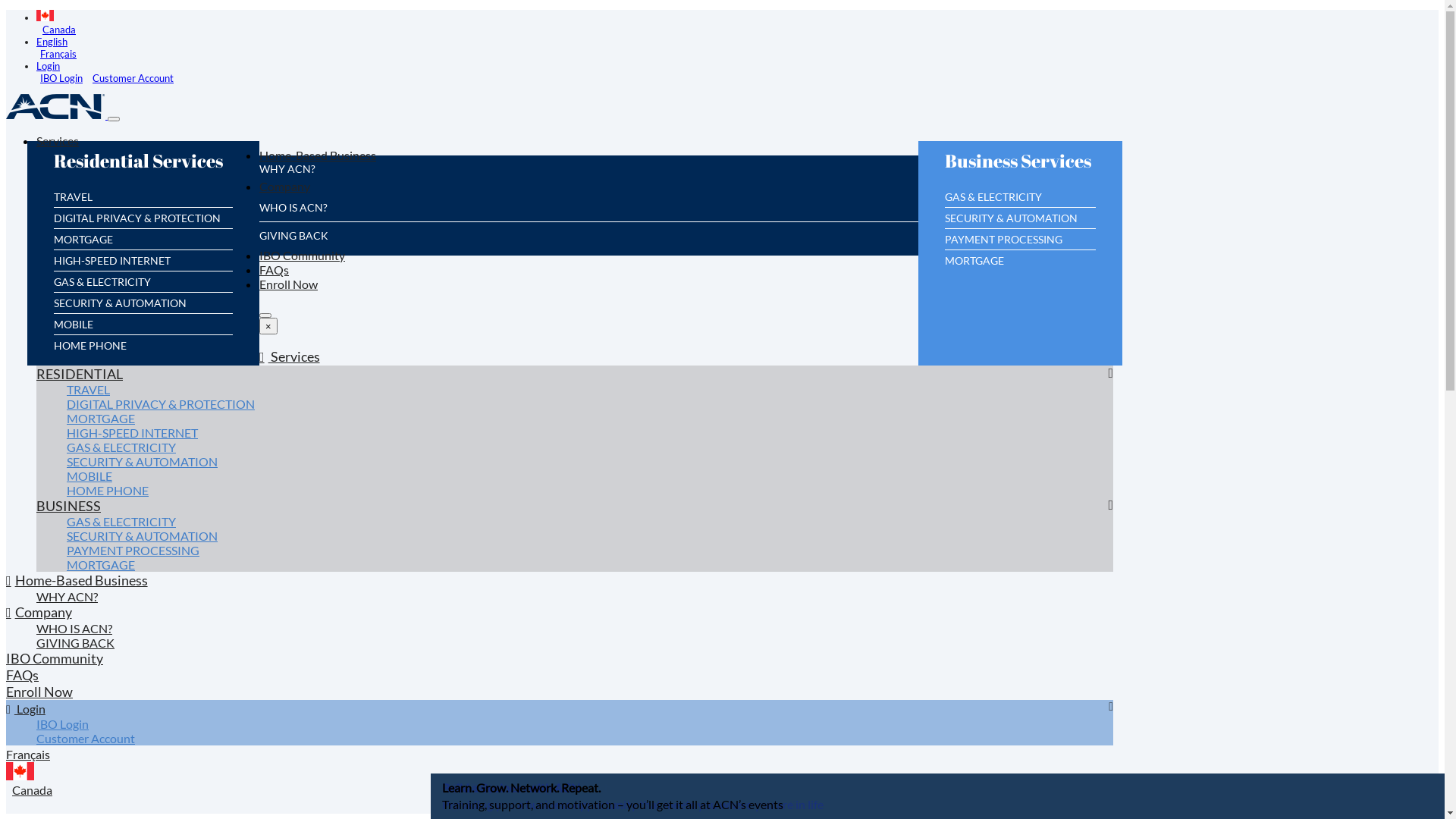 This screenshot has width=1456, height=819. I want to click on 'Business Services', so click(1021, 168).